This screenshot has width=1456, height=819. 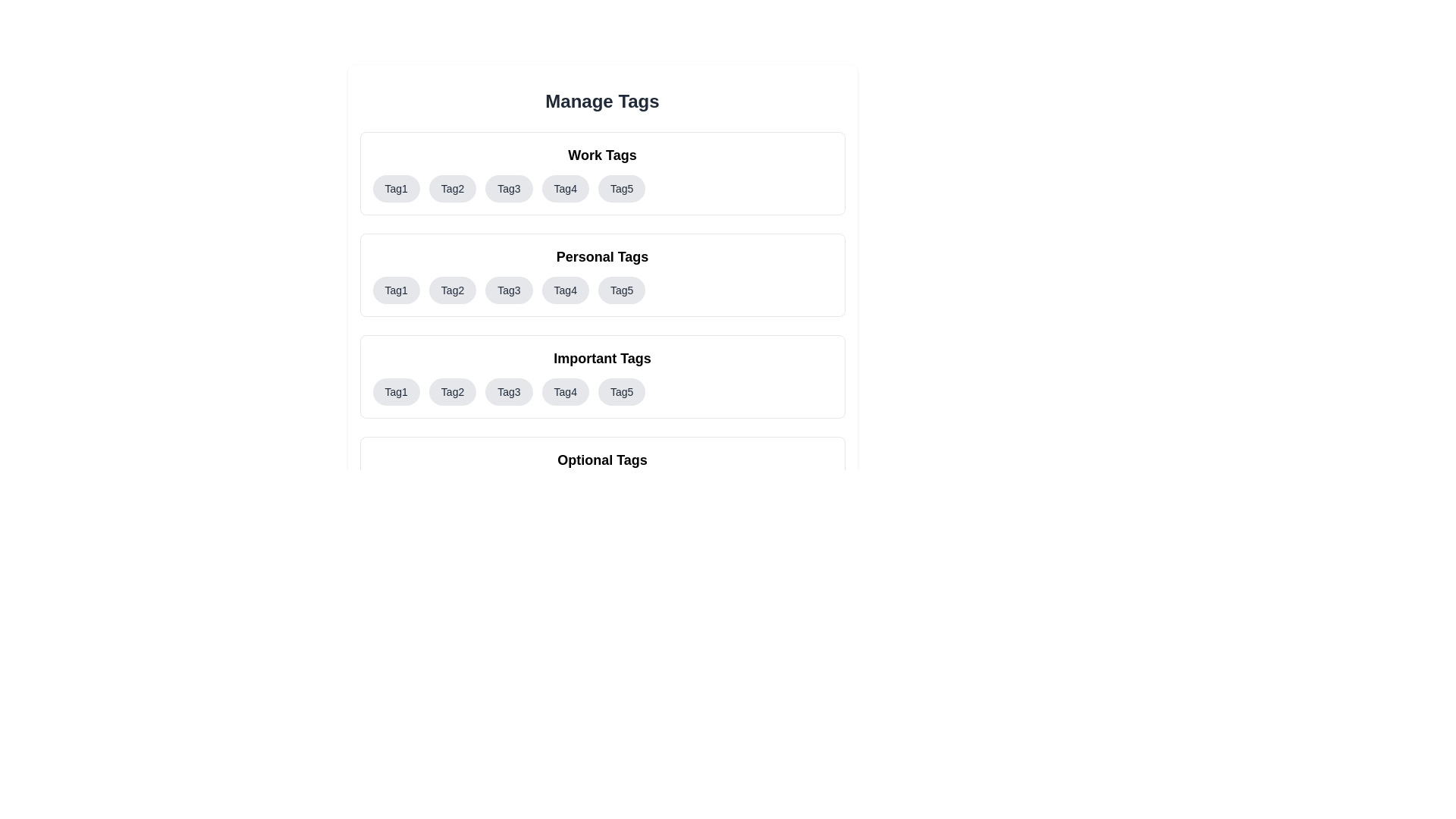 I want to click on the first tag in the 'Personal Tags' section, so click(x=396, y=290).